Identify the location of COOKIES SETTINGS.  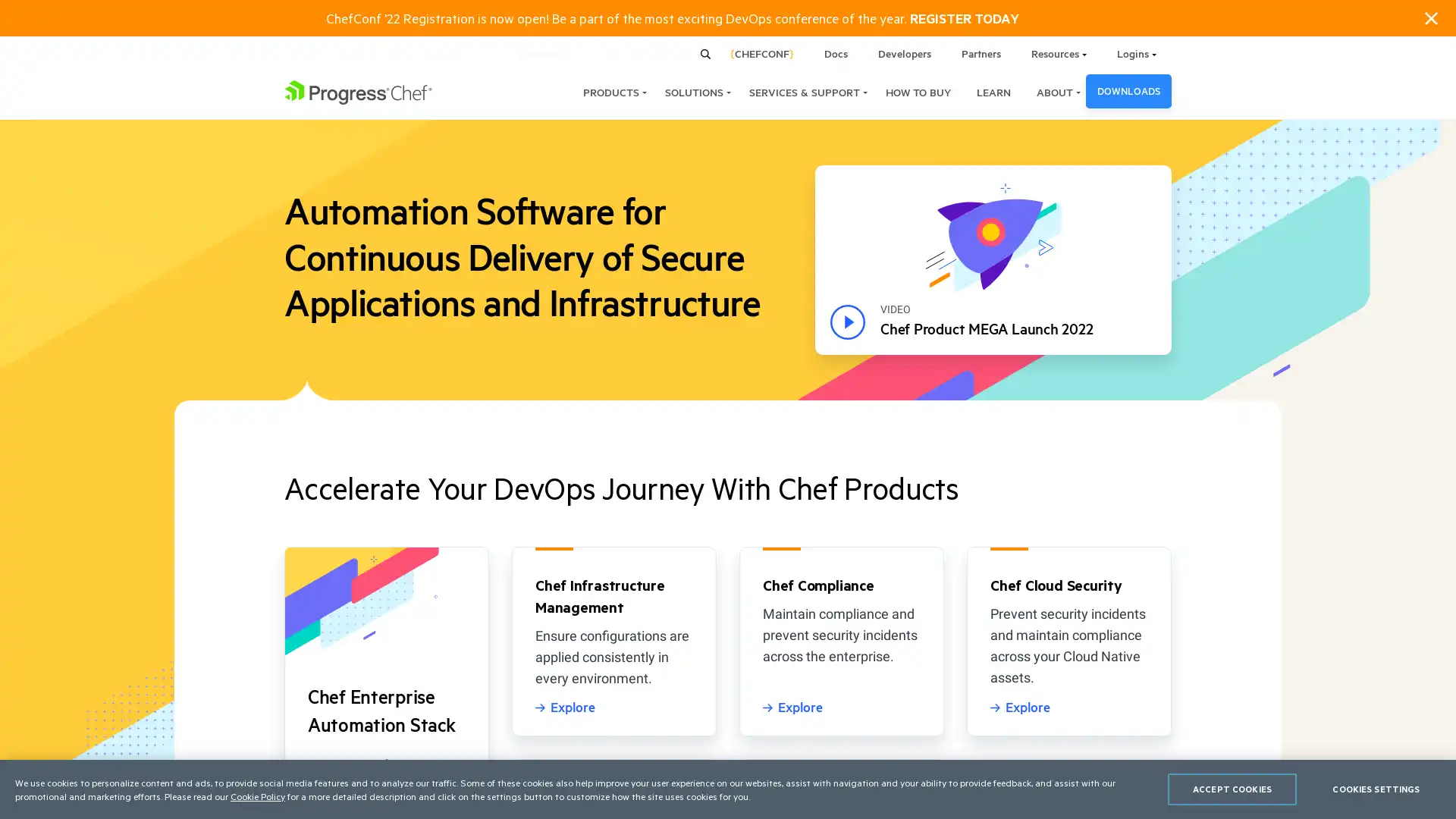
(1376, 789).